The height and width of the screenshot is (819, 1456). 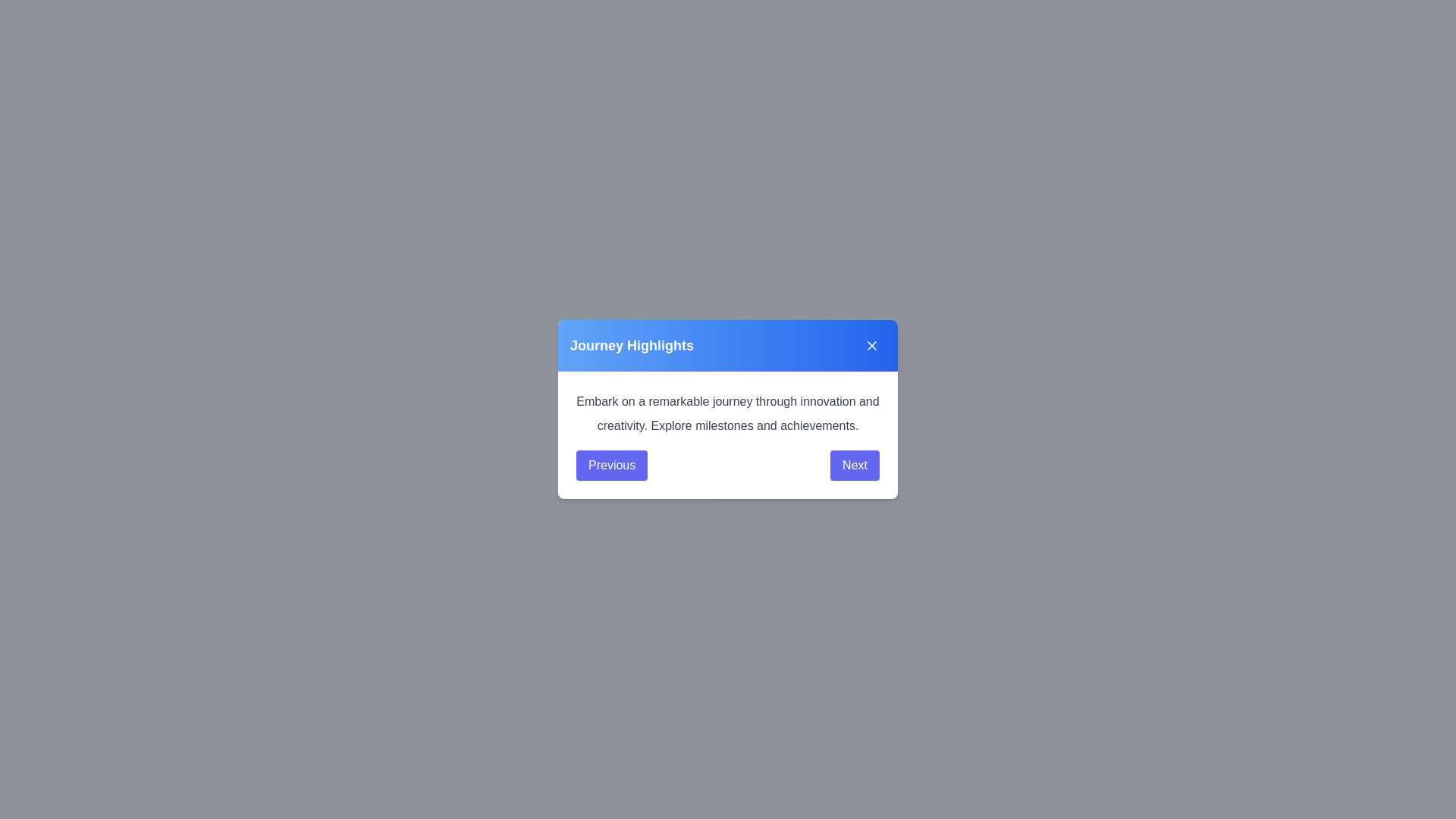 What do you see at coordinates (728, 414) in the screenshot?
I see `informational text block styled with a gray font, located in the central part of the modal interface, directly below its header, and above the buttons labeled 'Previous' and 'Next'` at bounding box center [728, 414].